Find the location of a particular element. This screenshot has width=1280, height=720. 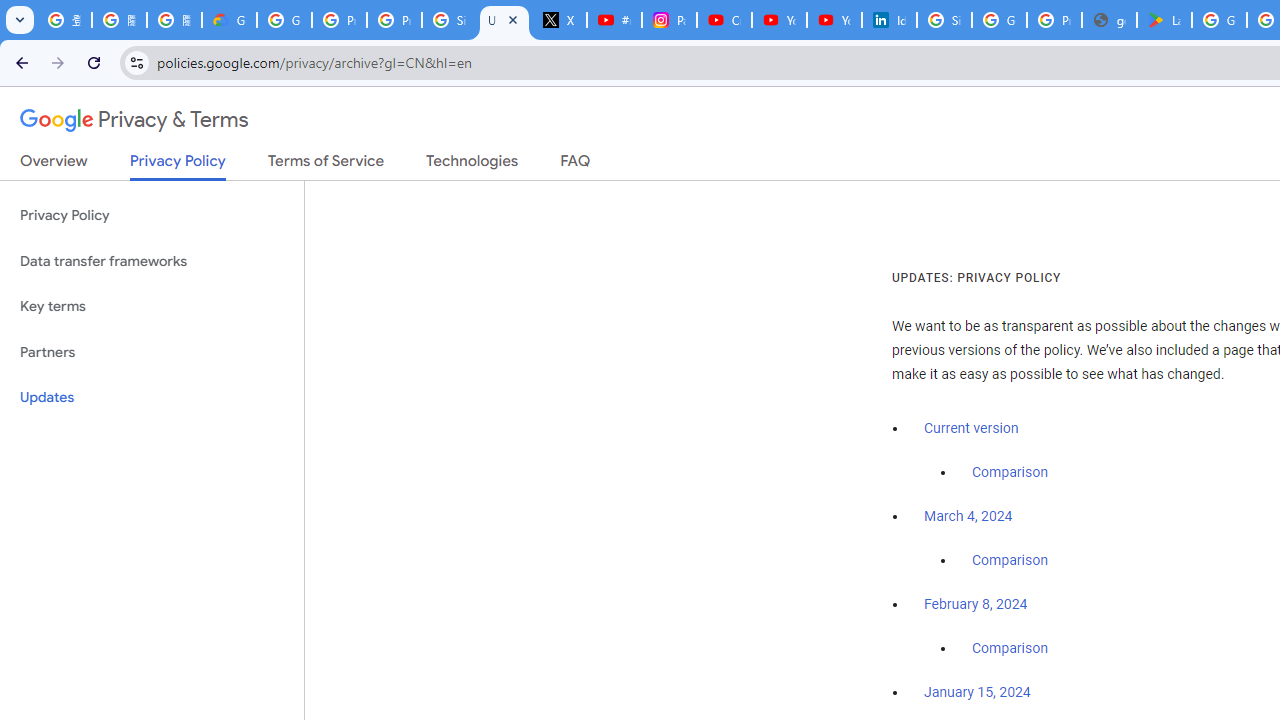

'Technologies' is located at coordinates (471, 164).